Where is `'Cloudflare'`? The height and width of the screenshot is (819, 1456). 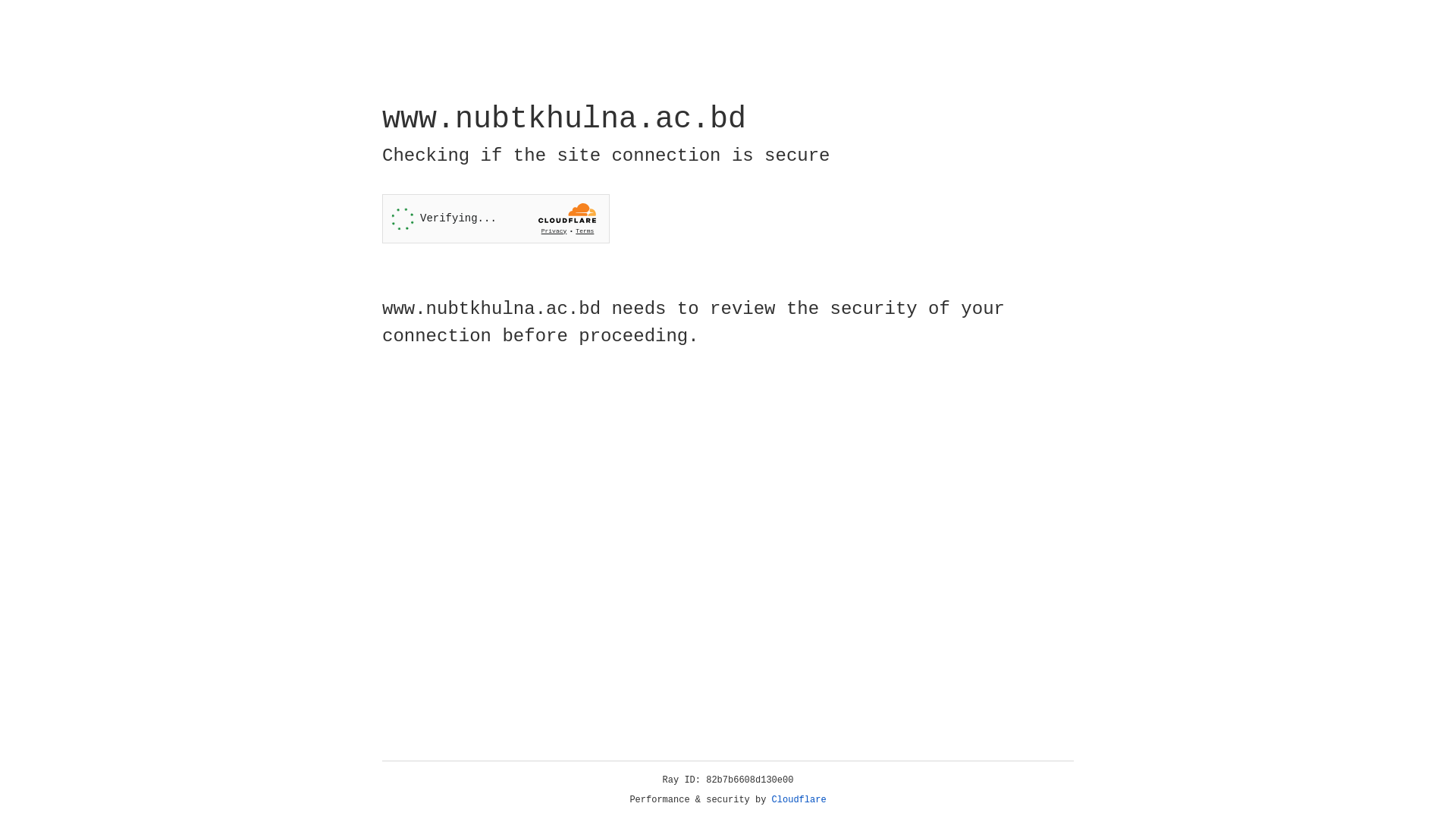
'Cloudflare' is located at coordinates (799, 799).